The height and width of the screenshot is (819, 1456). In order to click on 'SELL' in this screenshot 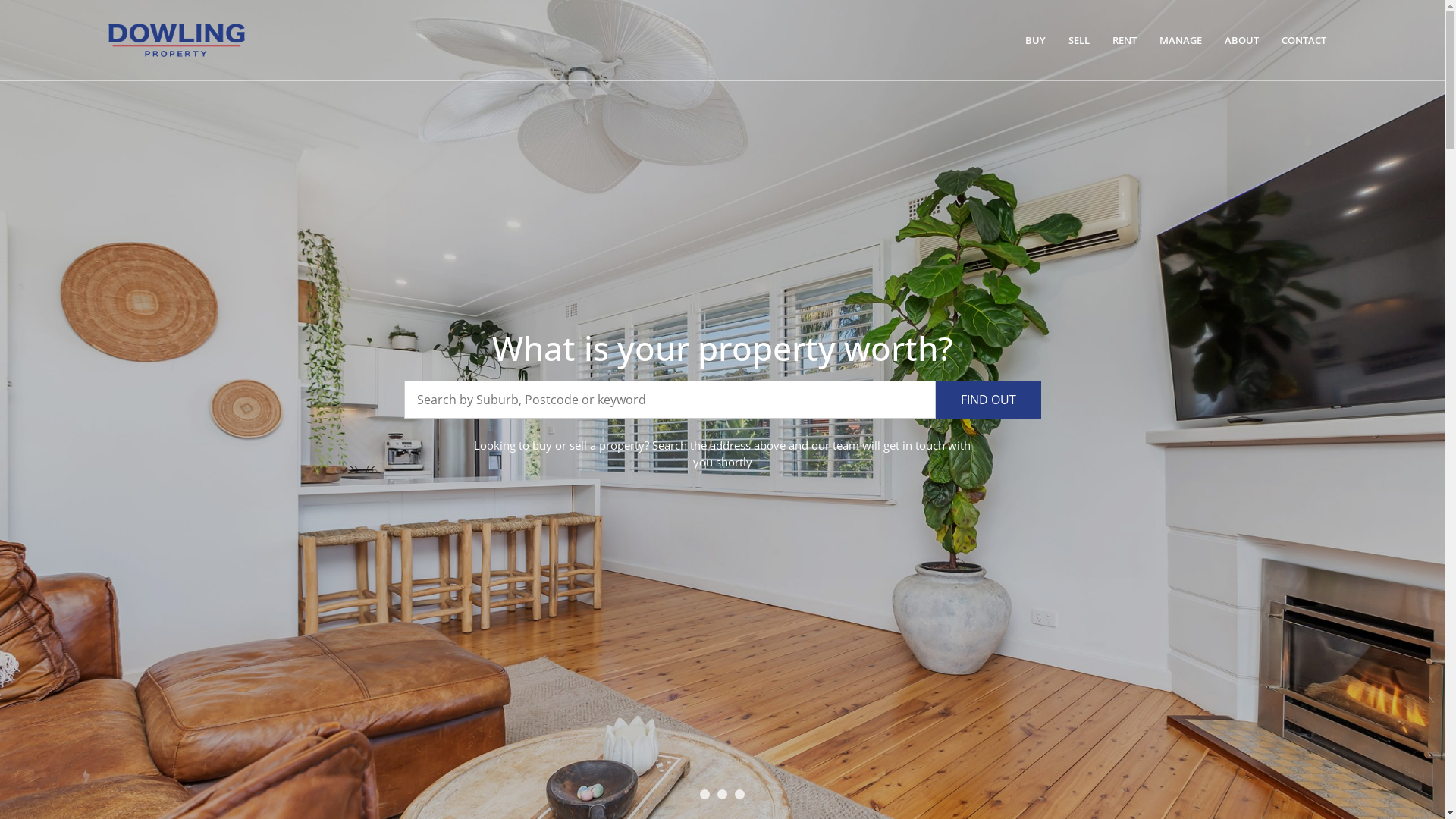, I will do `click(1058, 39)`.